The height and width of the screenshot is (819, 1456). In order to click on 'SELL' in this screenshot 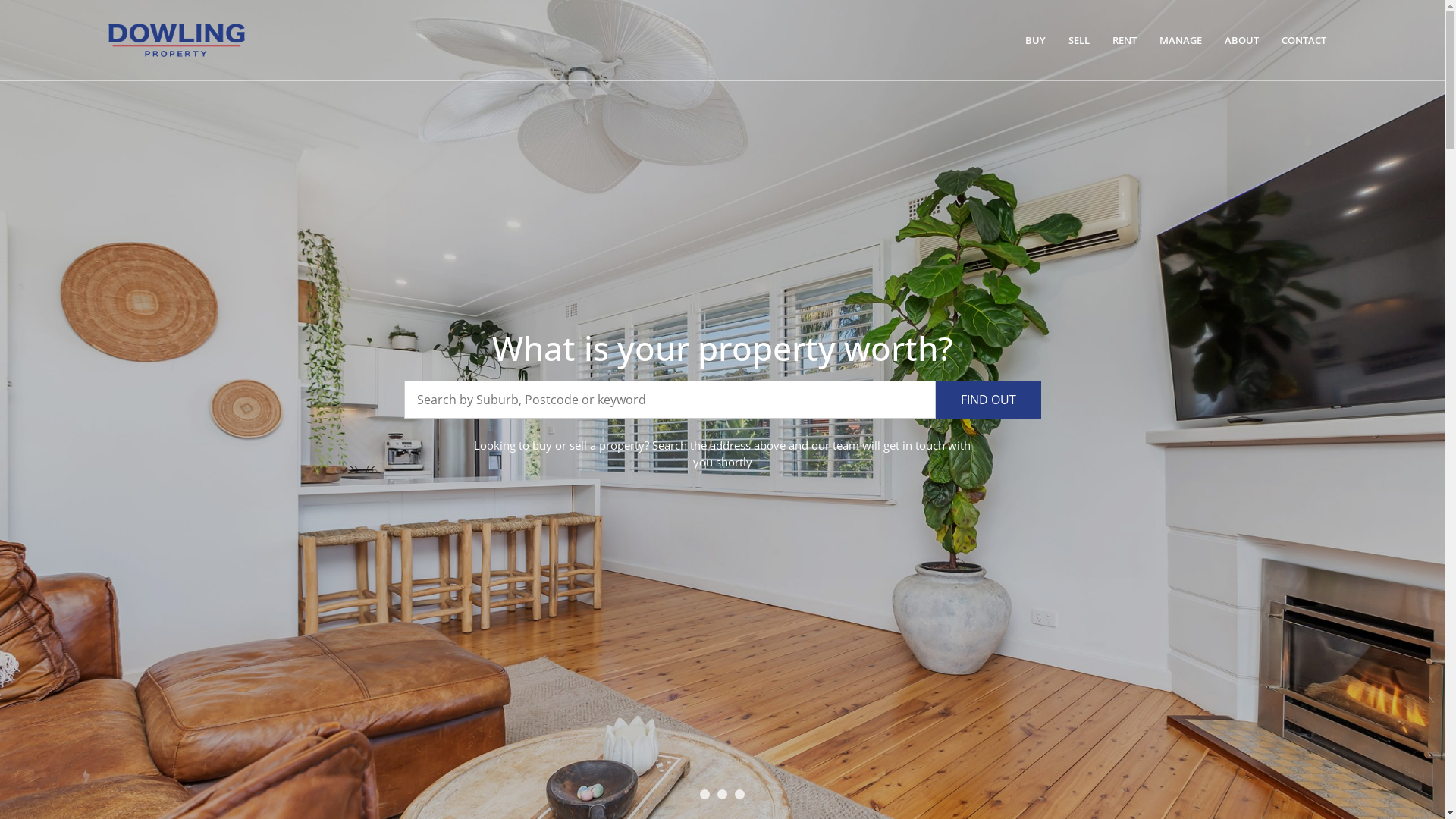, I will do `click(1058, 39)`.